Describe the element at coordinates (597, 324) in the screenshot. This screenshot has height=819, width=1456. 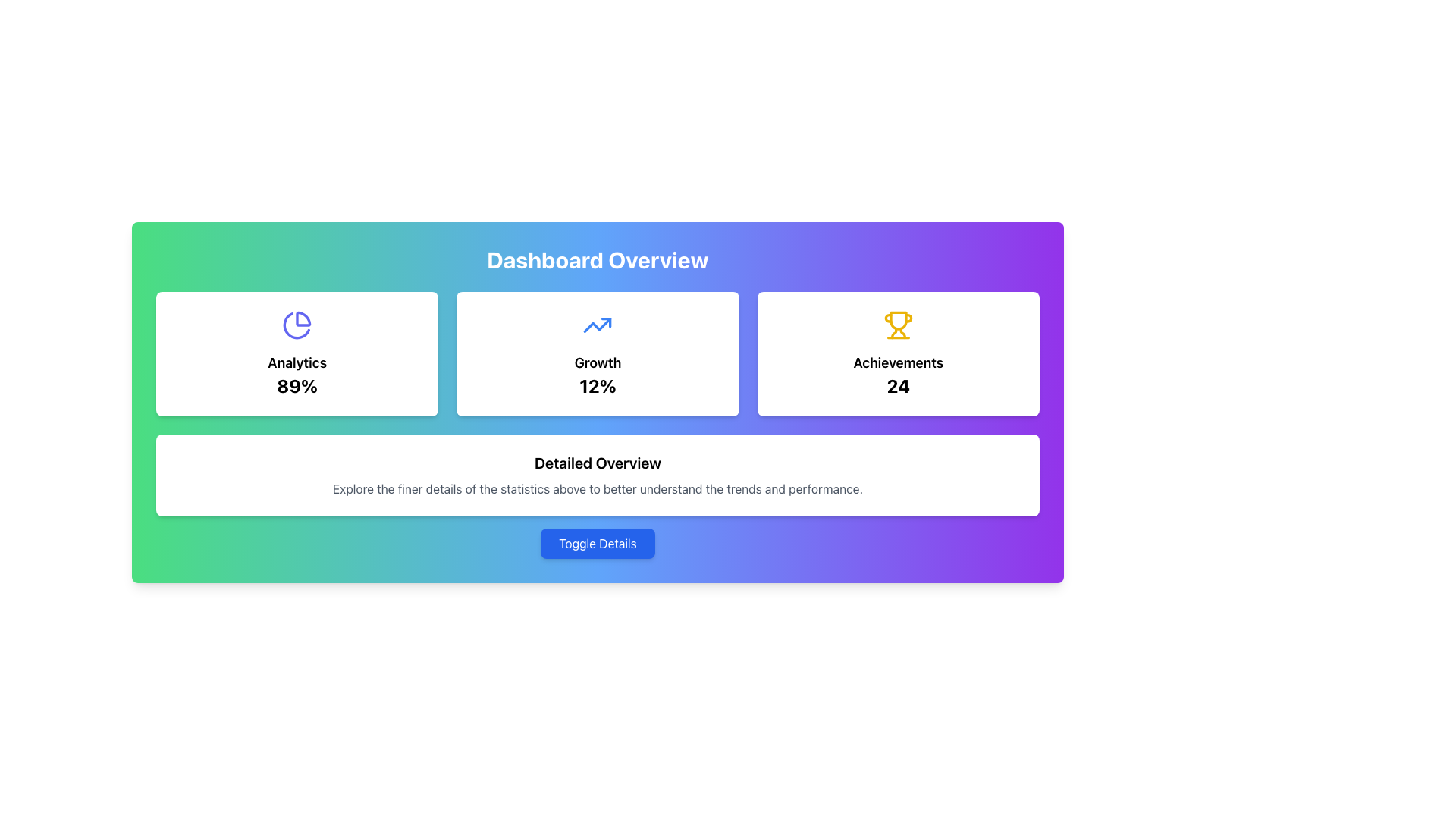
I see `the main graph icon representing growth or progress located under 'Growth 12%' in the center card` at that location.